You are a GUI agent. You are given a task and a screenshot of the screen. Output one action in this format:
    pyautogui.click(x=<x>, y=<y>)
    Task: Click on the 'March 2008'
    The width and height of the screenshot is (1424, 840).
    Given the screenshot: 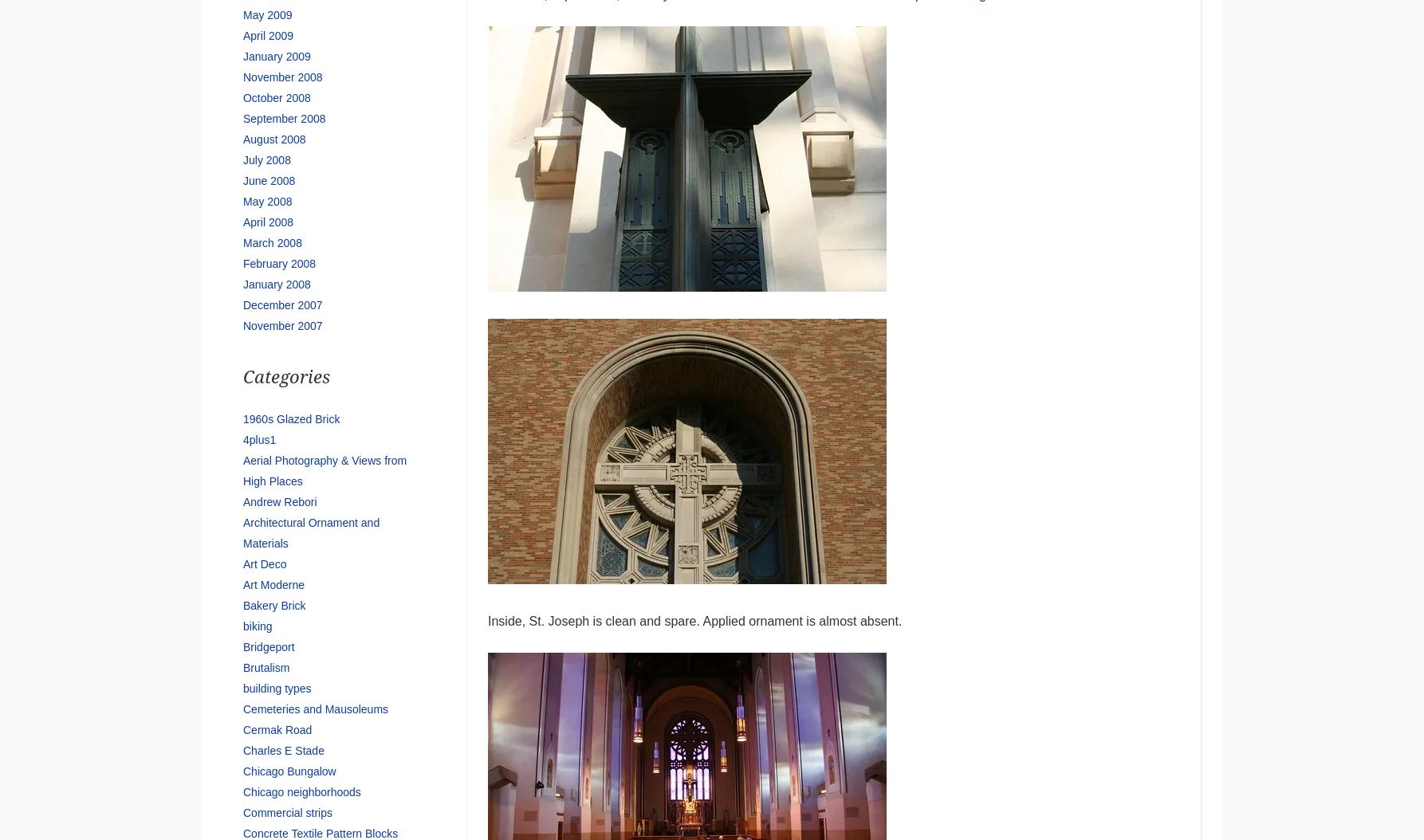 What is the action you would take?
    pyautogui.click(x=271, y=241)
    